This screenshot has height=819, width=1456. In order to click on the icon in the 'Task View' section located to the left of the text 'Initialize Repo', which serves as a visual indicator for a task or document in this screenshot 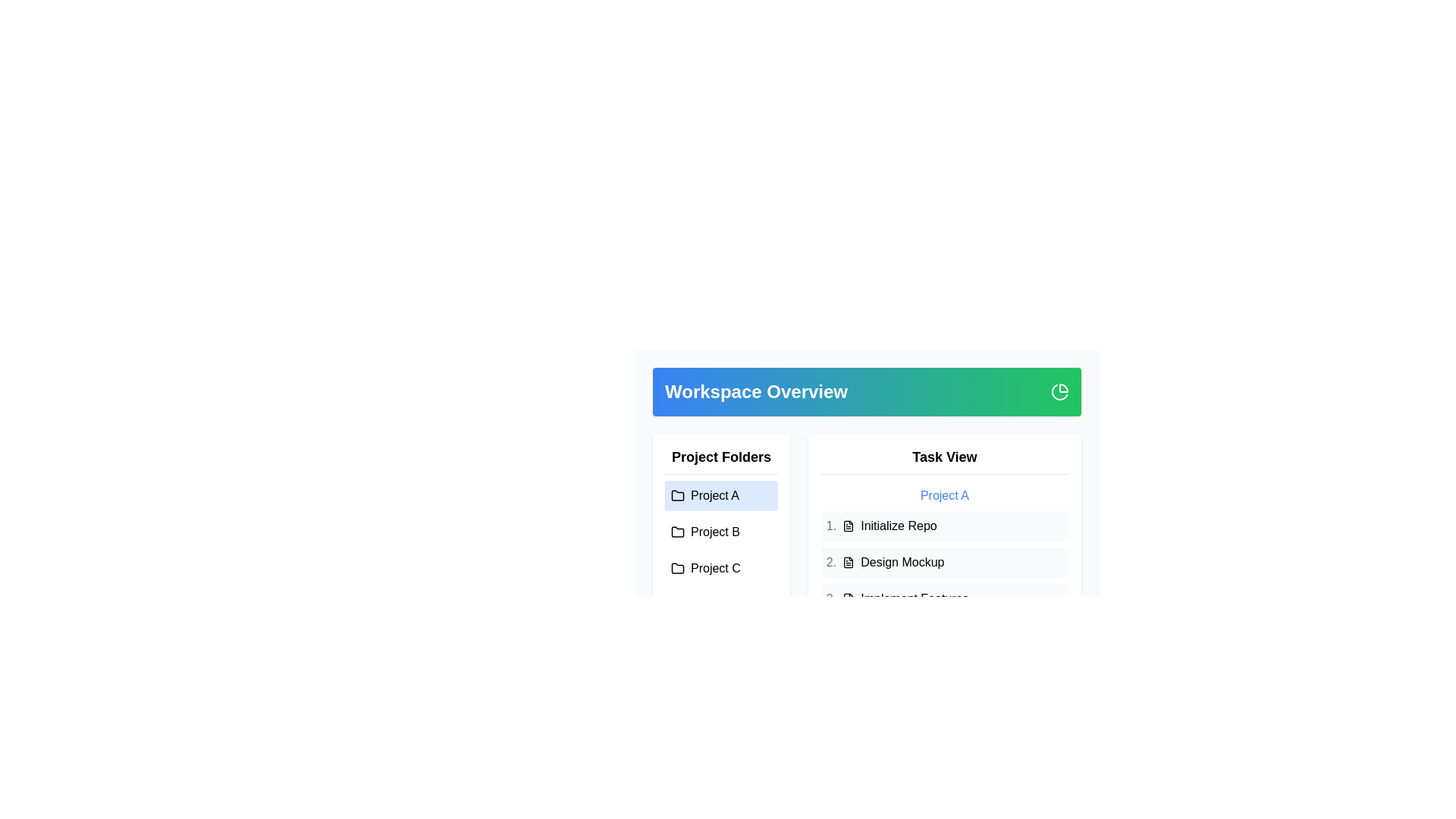, I will do `click(848, 526)`.